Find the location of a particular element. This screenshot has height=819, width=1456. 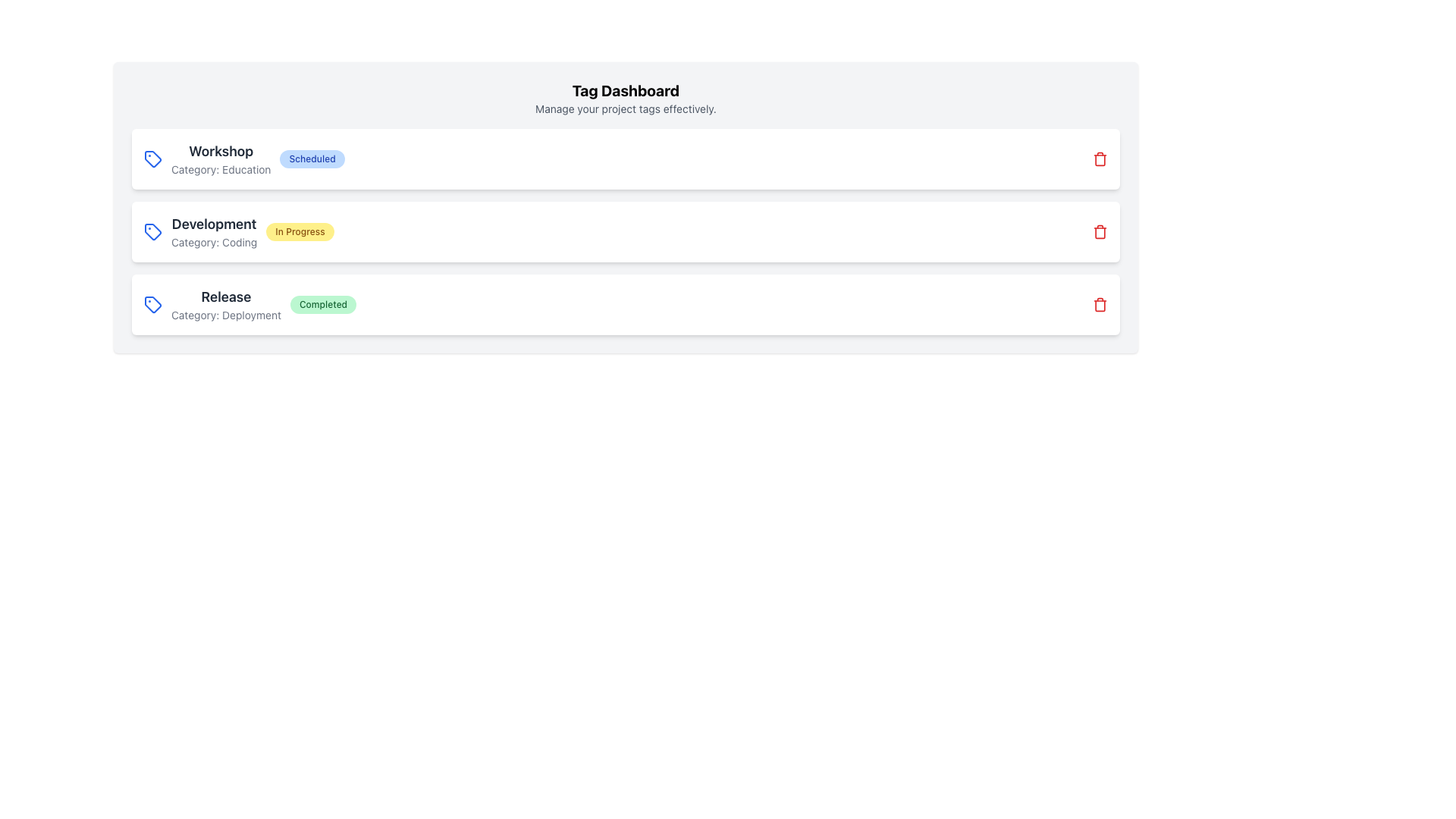

the status indicator label that shows 'In Progress', located to the right of the 'Development' text section in the second row of the list, next to 'Category: Coding' is located at coordinates (300, 231).